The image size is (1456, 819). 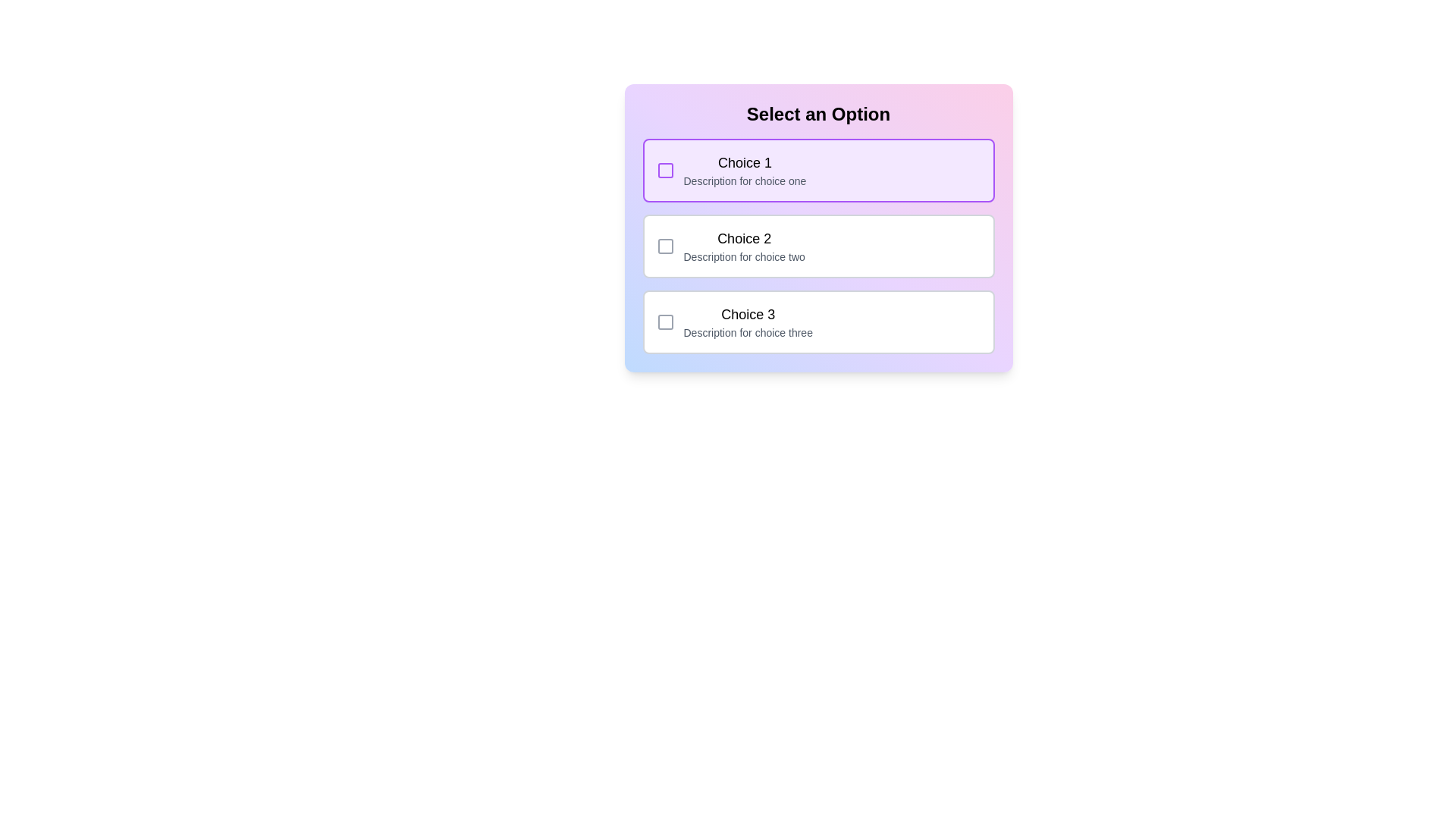 I want to click on the Text Label element displaying 'Choice 2', which is styled with a larger and bolder font and is positioned in the middle section of the Options panel, so click(x=744, y=239).